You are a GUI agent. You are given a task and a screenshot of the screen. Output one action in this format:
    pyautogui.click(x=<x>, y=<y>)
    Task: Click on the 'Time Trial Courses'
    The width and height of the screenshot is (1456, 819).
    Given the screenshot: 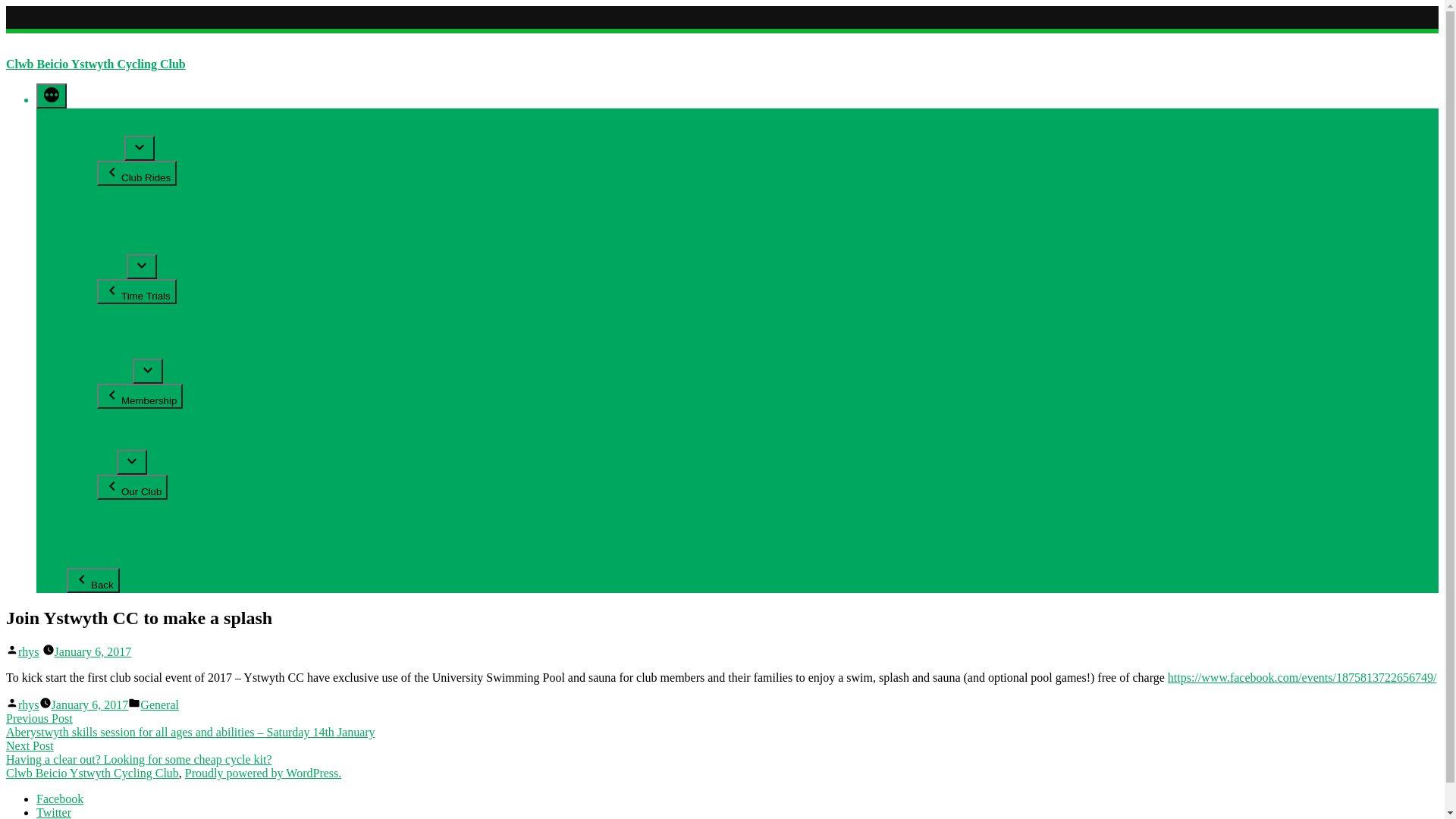 What is the action you would take?
    pyautogui.click(x=146, y=351)
    